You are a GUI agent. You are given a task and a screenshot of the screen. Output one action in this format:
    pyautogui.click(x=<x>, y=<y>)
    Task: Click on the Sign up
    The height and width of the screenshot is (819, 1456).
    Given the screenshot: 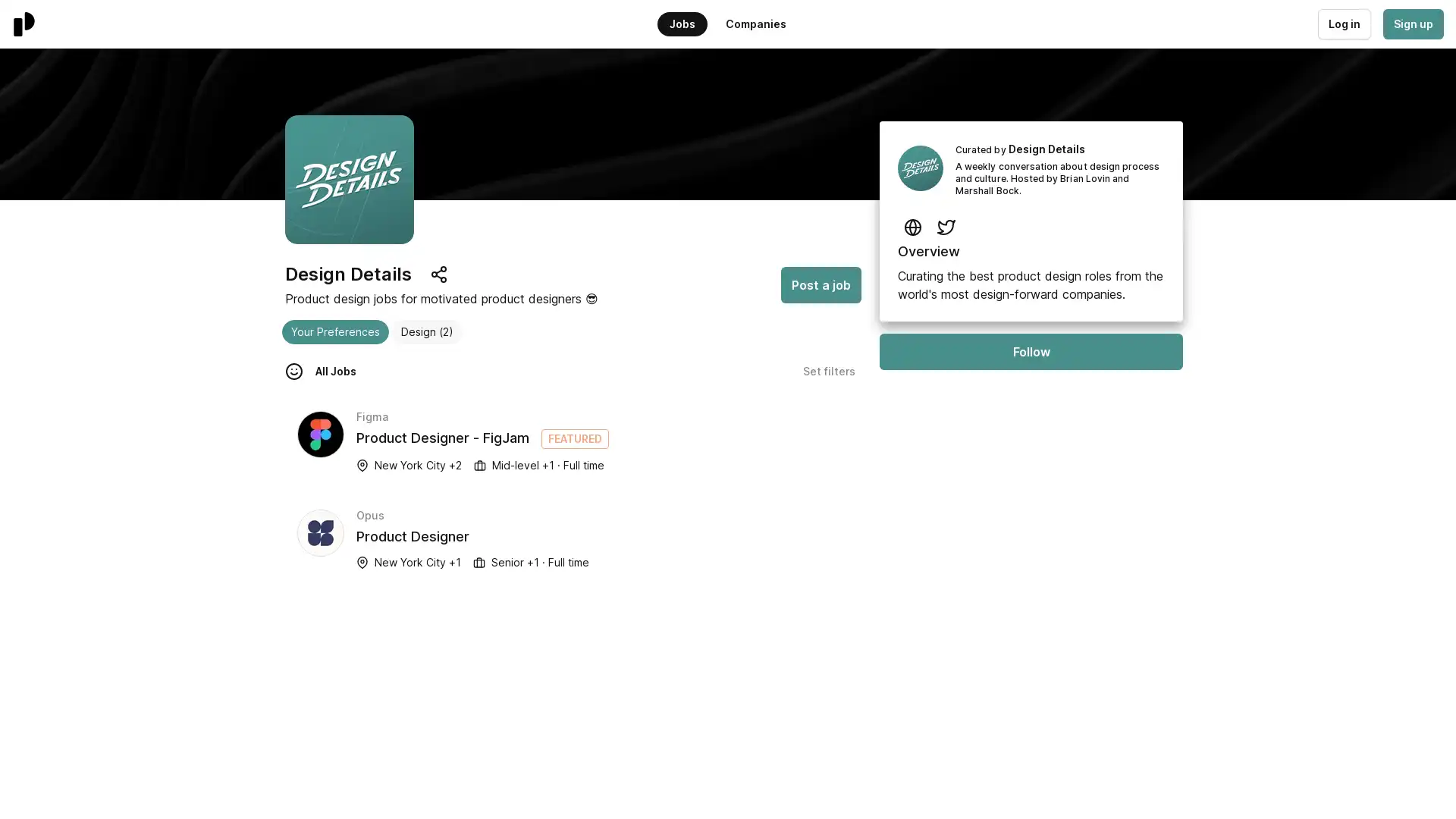 What is the action you would take?
    pyautogui.click(x=1411, y=24)
    